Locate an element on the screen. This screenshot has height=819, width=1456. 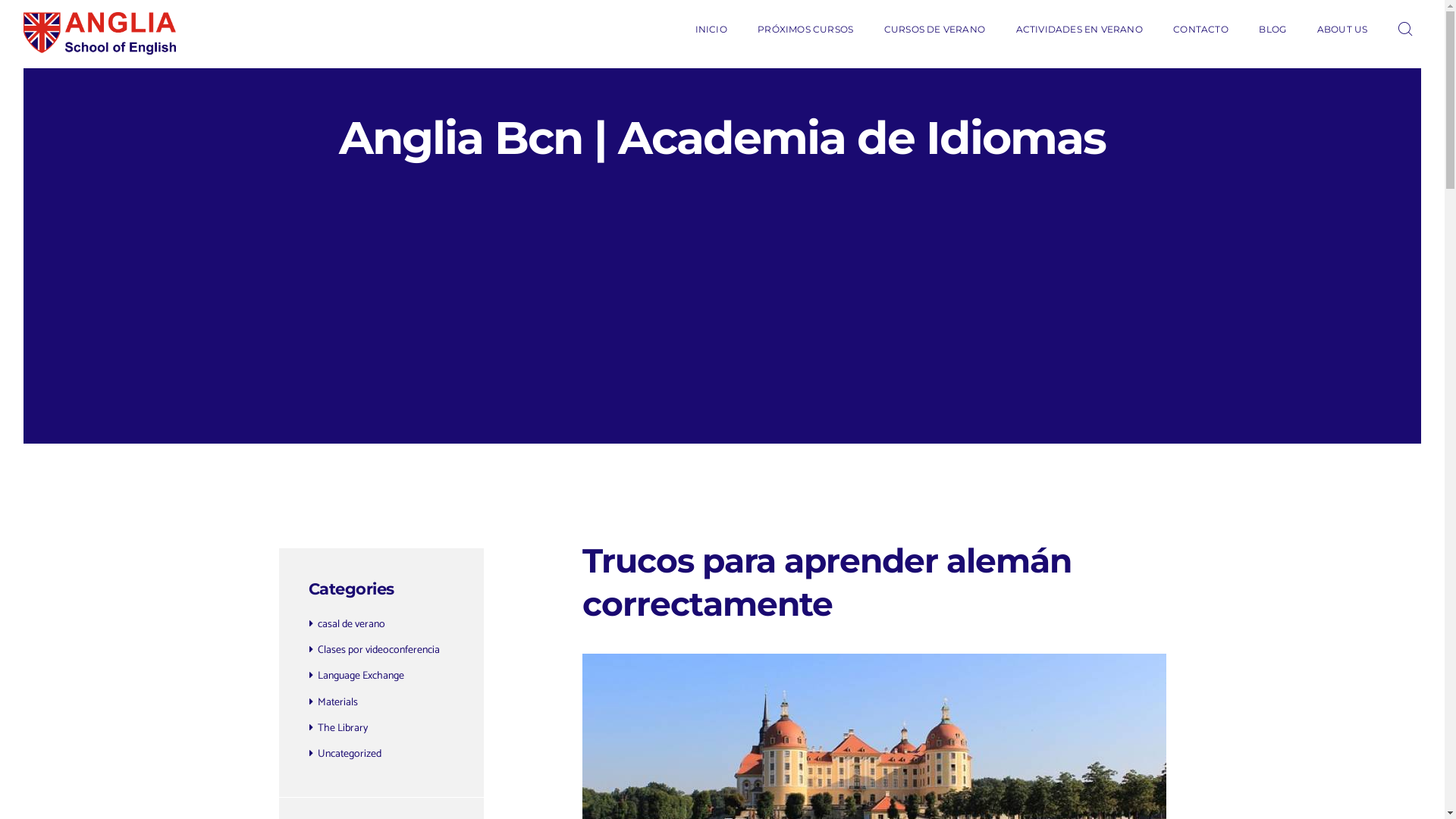
'ABOUT US' is located at coordinates (1301, 29).